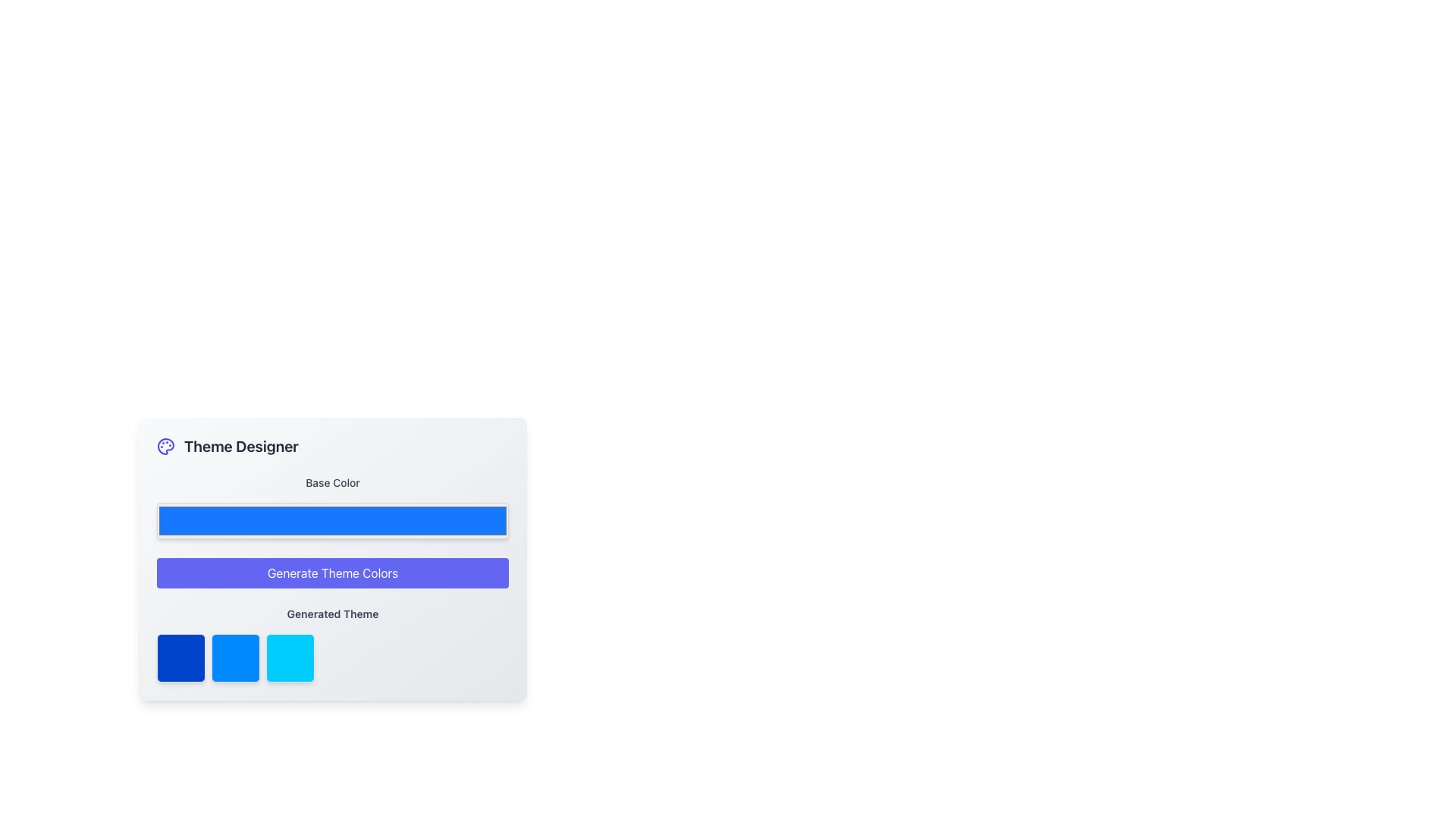 The height and width of the screenshot is (819, 1456). Describe the element at coordinates (331, 614) in the screenshot. I see `the Text Label that indicates the purpose of the area showcasing the generated theme colors, positioned below the 'Generate Theme Colors' button and above three square color preview elements` at that location.